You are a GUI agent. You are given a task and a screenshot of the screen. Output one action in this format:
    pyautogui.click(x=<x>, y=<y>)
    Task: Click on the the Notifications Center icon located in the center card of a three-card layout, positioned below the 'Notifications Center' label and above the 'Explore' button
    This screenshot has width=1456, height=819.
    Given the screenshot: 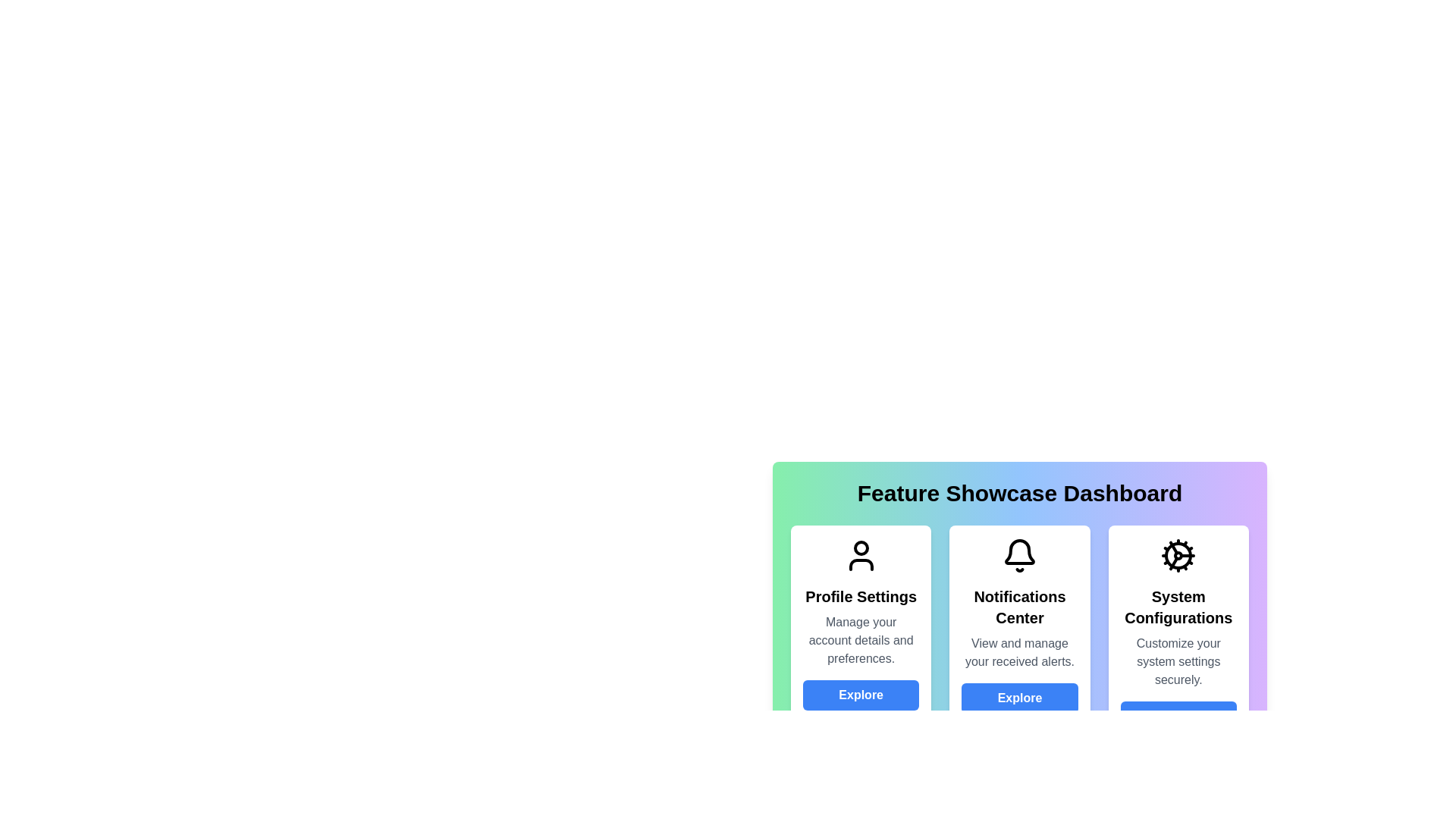 What is the action you would take?
    pyautogui.click(x=1019, y=555)
    